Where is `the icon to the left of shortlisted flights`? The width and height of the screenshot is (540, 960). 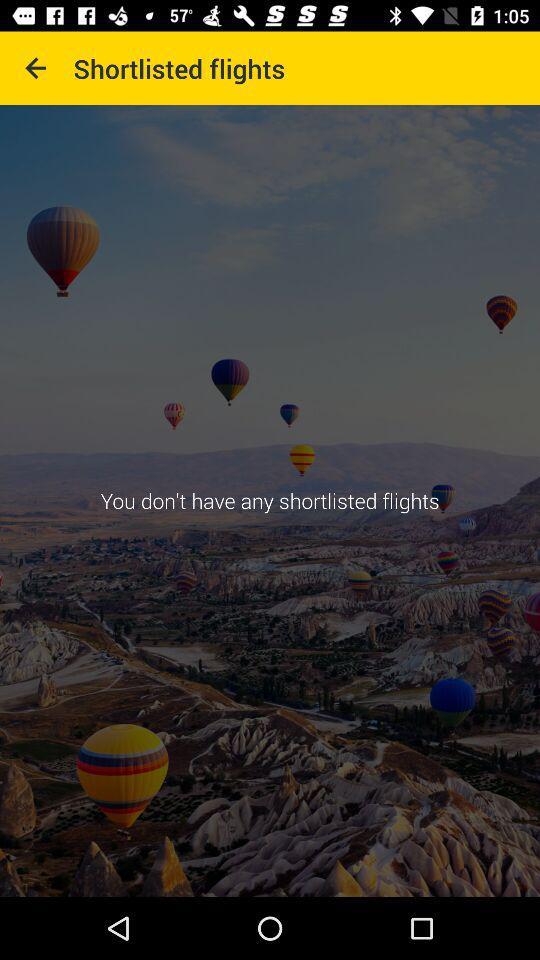
the icon to the left of shortlisted flights is located at coordinates (36, 68).